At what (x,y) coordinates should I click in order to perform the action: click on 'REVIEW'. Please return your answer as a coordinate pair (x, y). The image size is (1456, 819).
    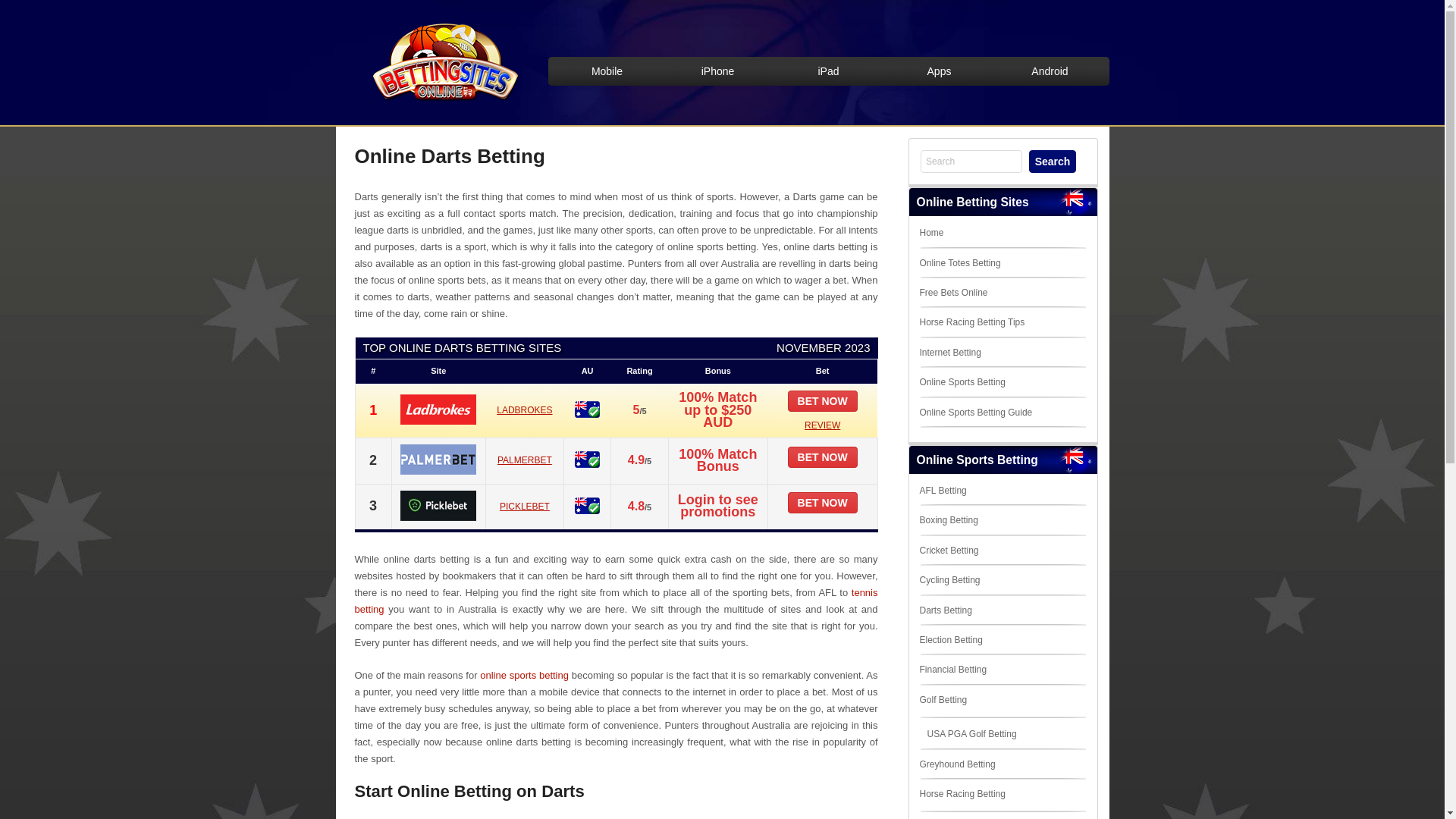
    Looking at the image, I should click on (821, 425).